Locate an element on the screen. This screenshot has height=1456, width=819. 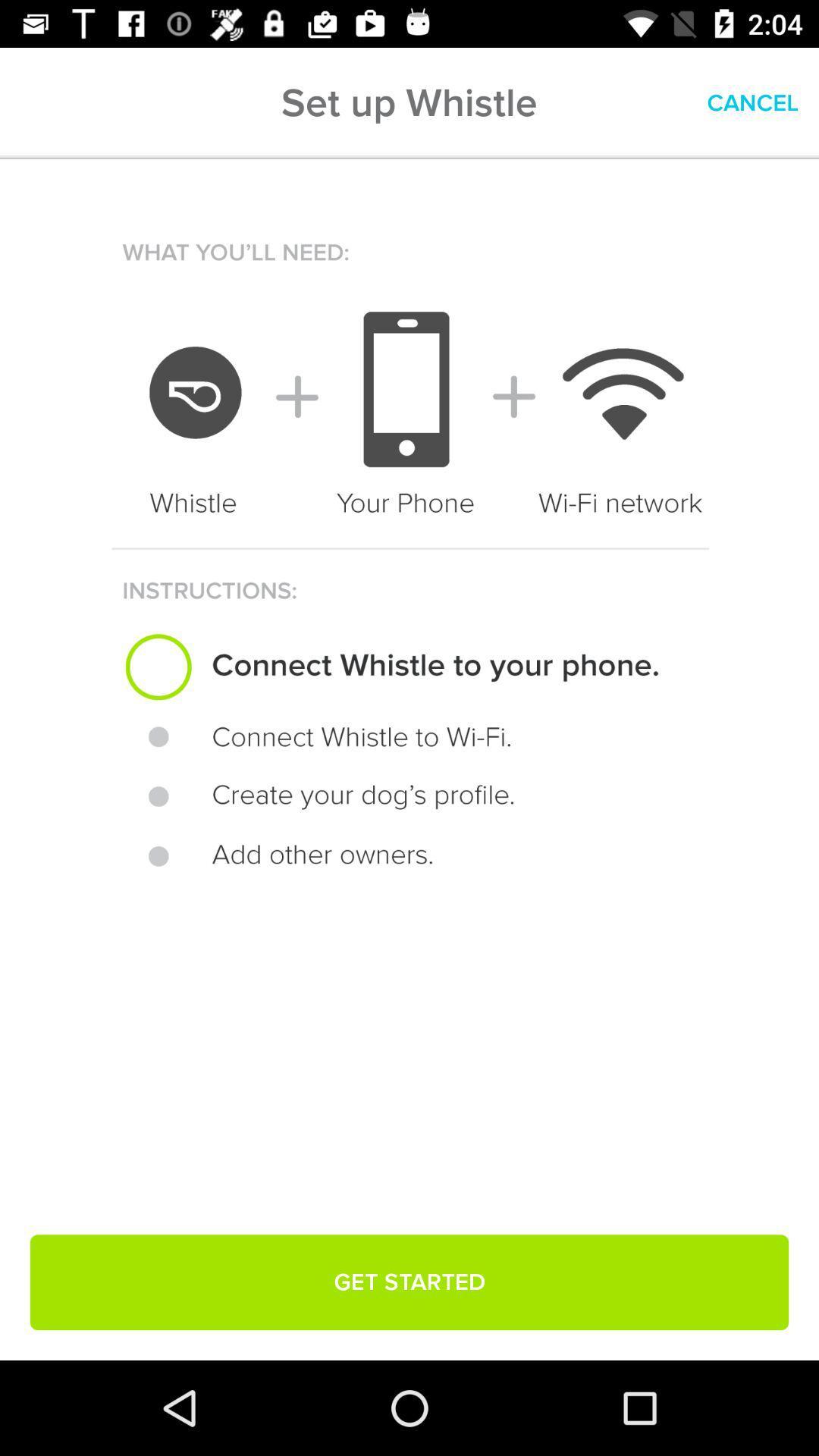
the icon at the top right corner is located at coordinates (752, 102).